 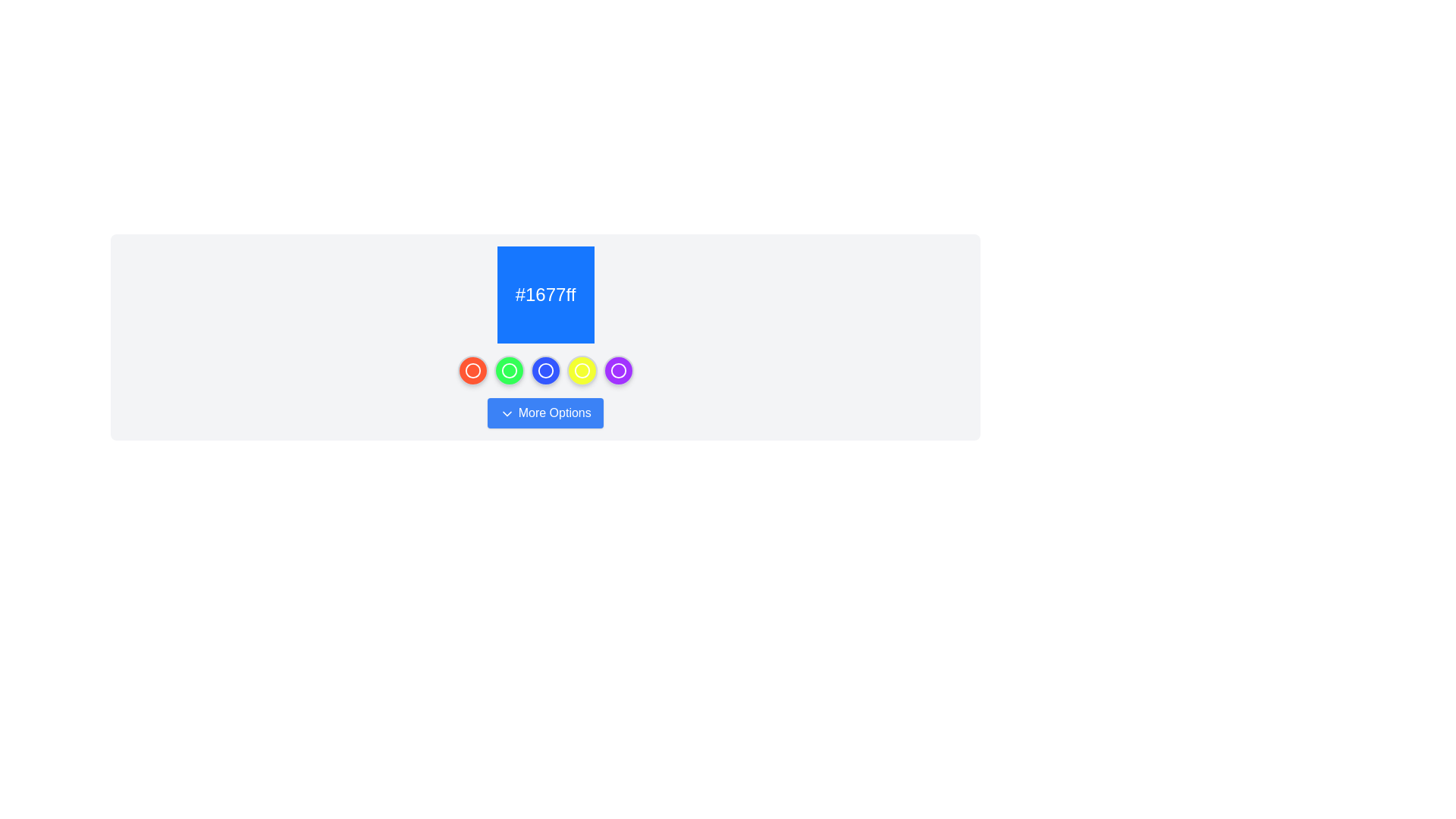 I want to click on the circular icon located on the far right in a horizontal row of five colored circular icons, so click(x=618, y=371).